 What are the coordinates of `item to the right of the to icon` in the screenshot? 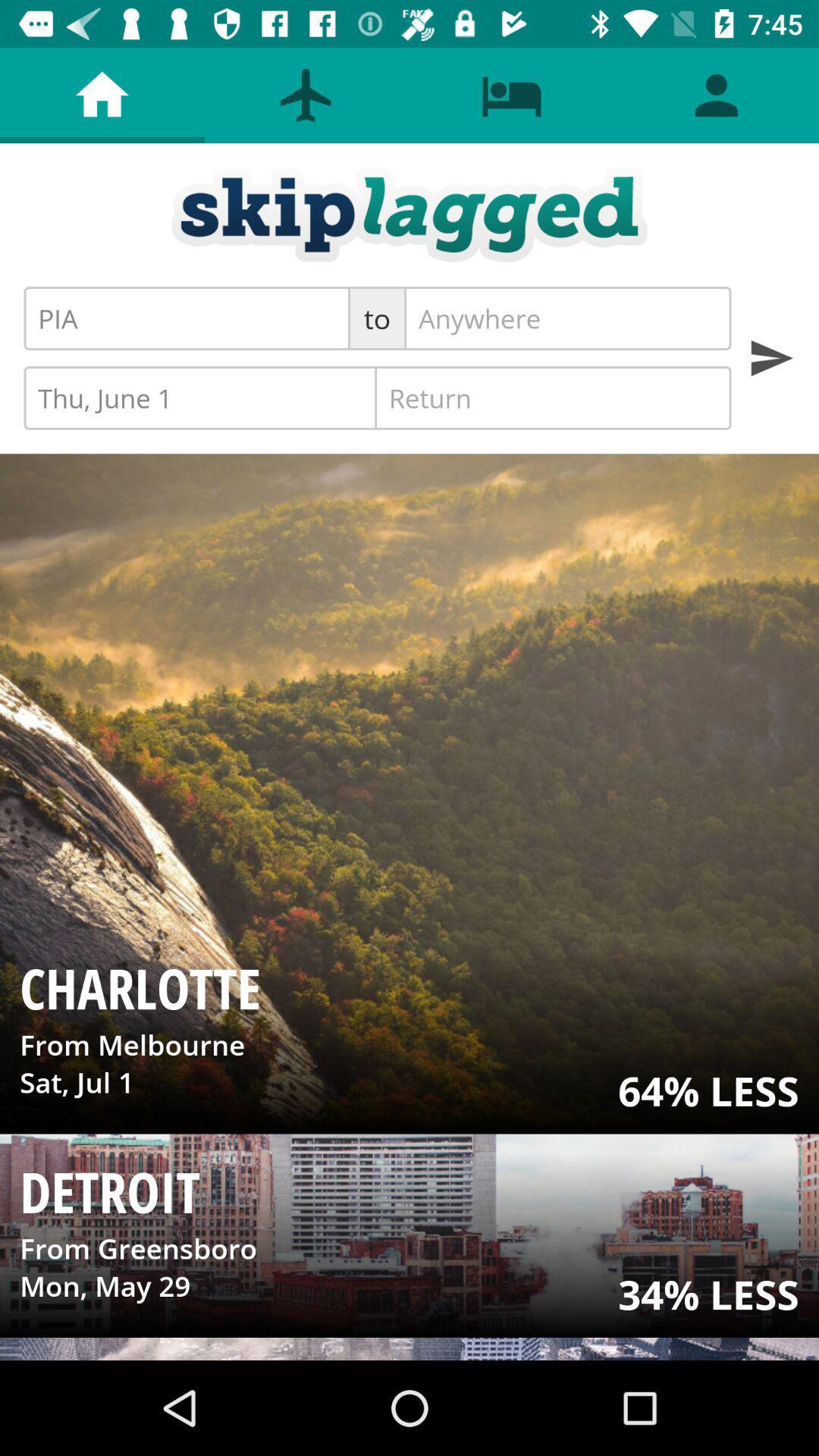 It's located at (567, 318).